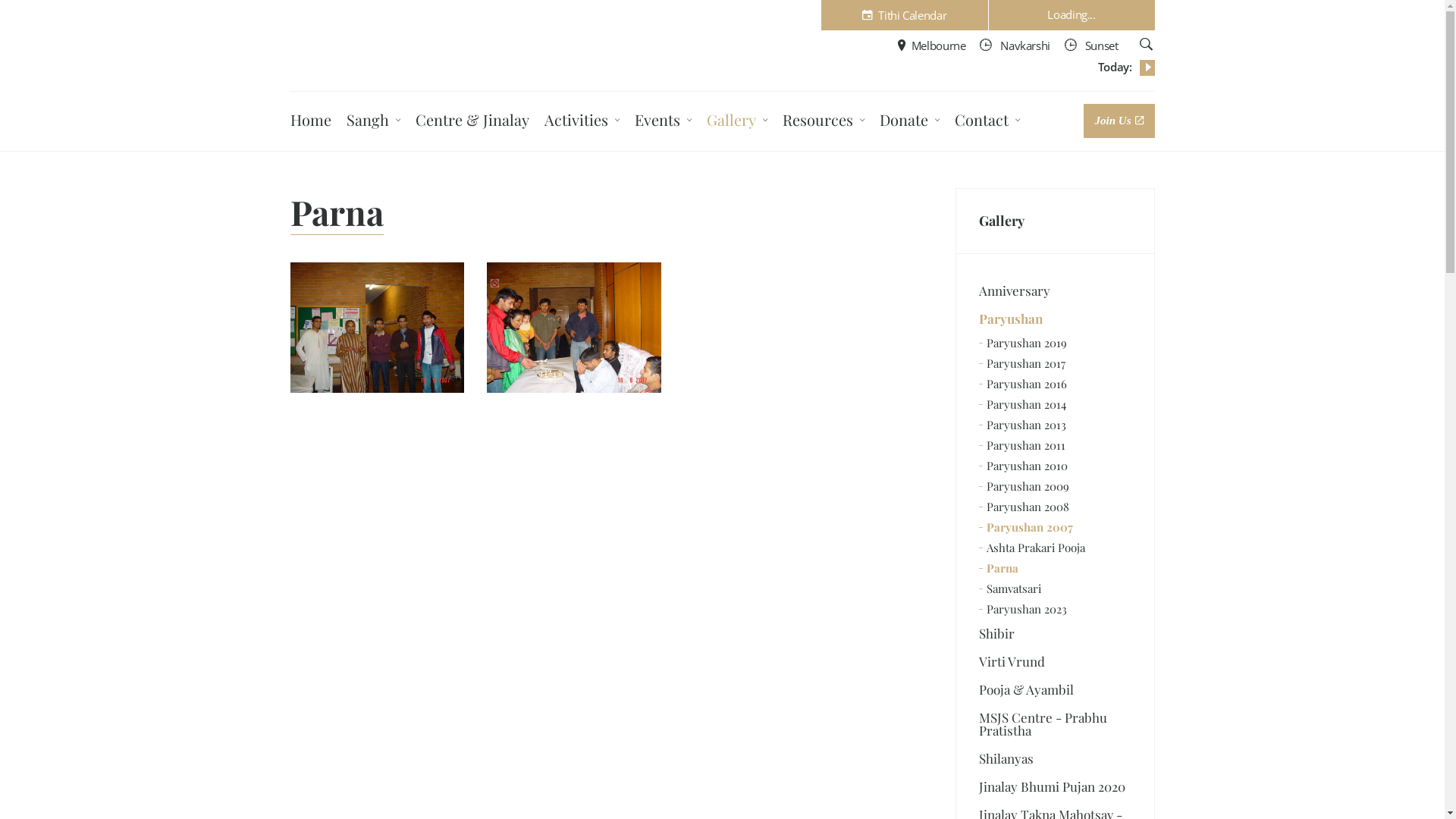  I want to click on 'Events', so click(666, 121).